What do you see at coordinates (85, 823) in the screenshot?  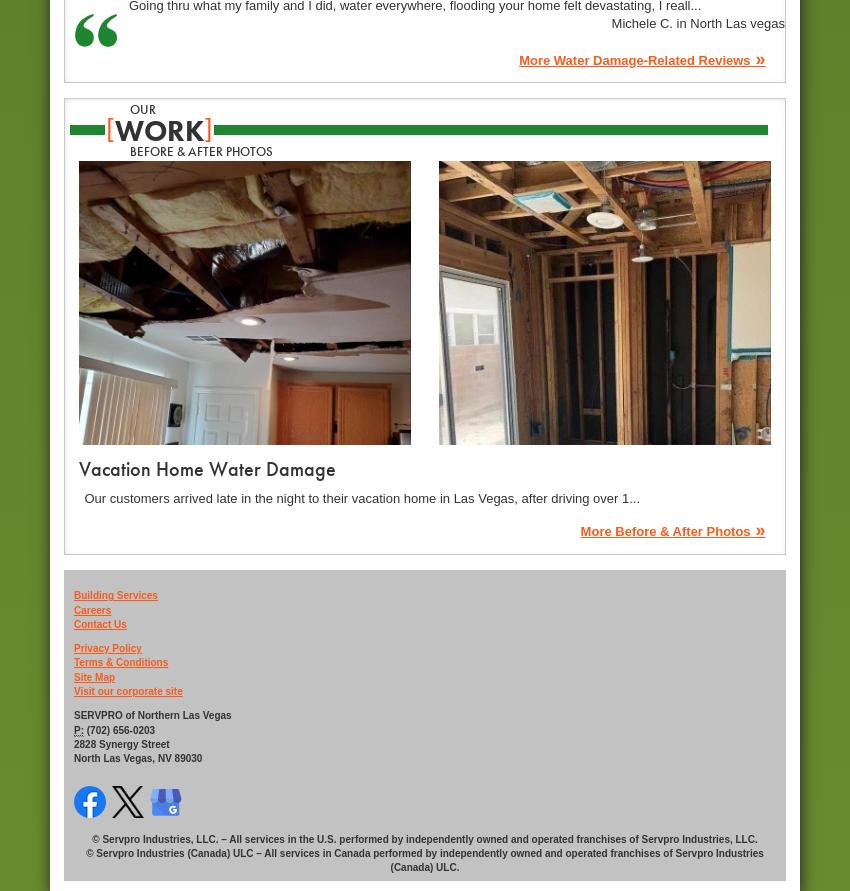 I see `'8954'` at bounding box center [85, 823].